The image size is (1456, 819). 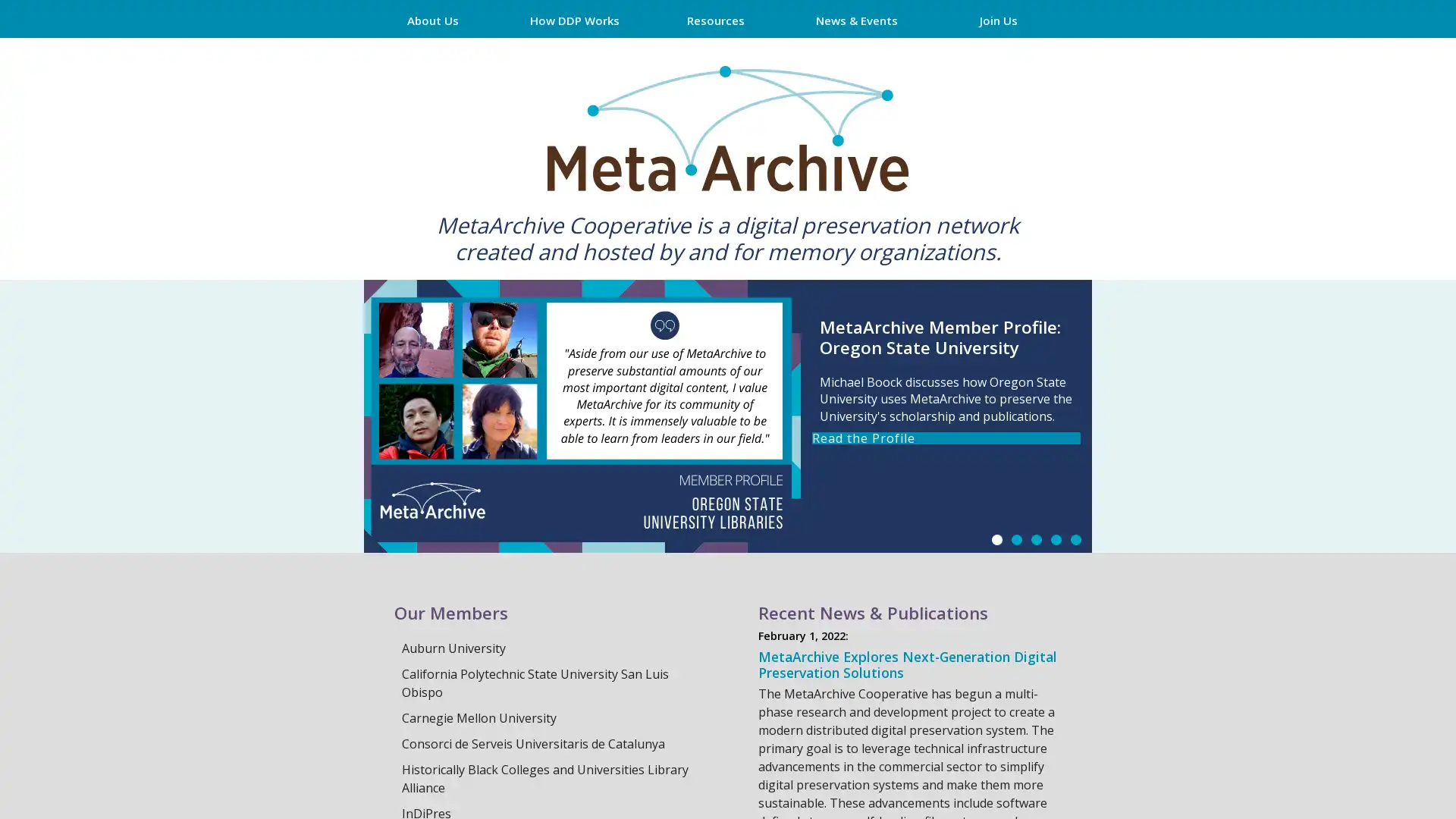 What do you see at coordinates (1075, 539) in the screenshot?
I see `Go to slide 5` at bounding box center [1075, 539].